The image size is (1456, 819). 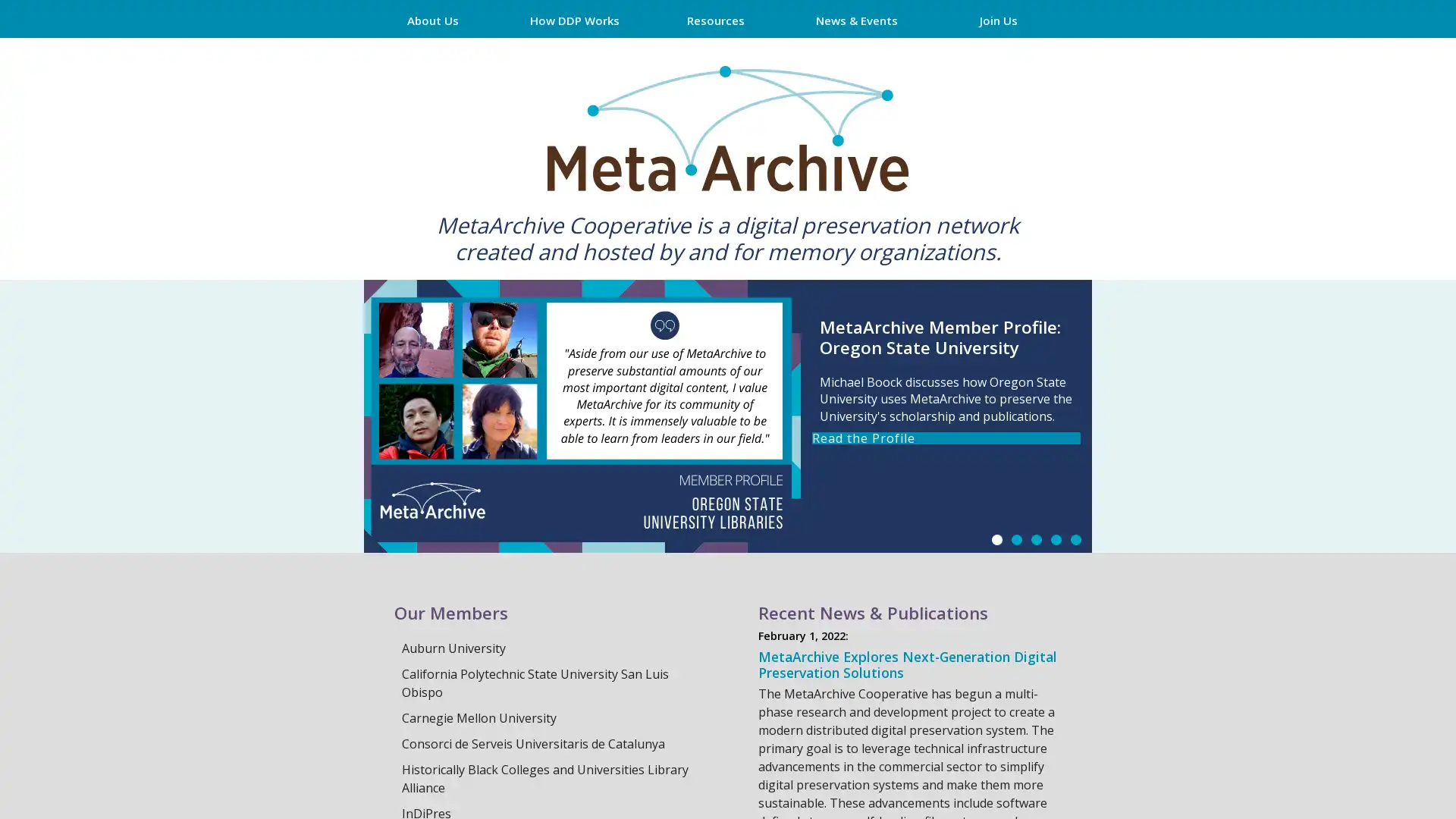 What do you see at coordinates (1075, 539) in the screenshot?
I see `Go to slide 5` at bounding box center [1075, 539].